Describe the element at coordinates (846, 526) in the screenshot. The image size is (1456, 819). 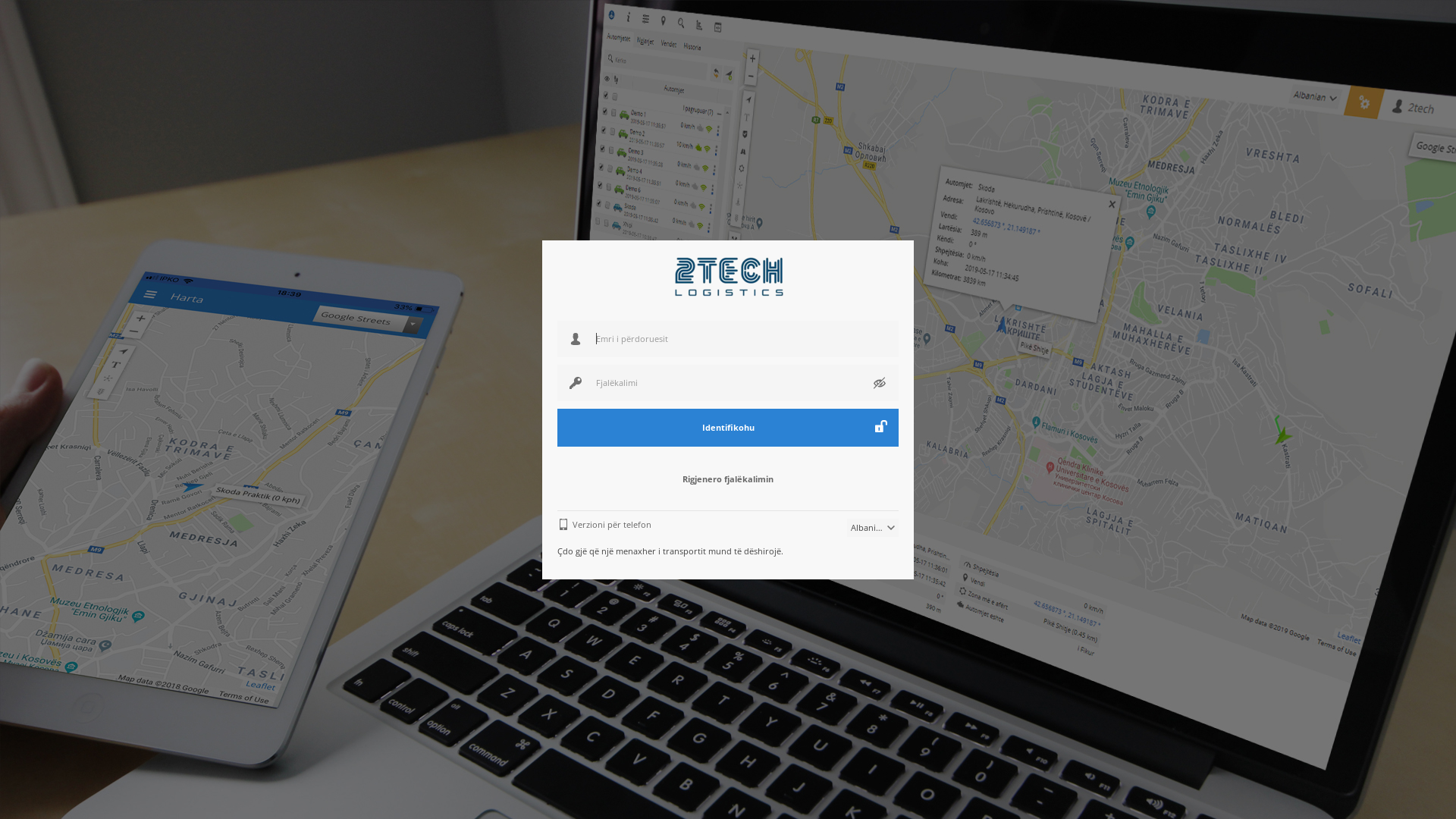
I see `'Albanian'` at that location.